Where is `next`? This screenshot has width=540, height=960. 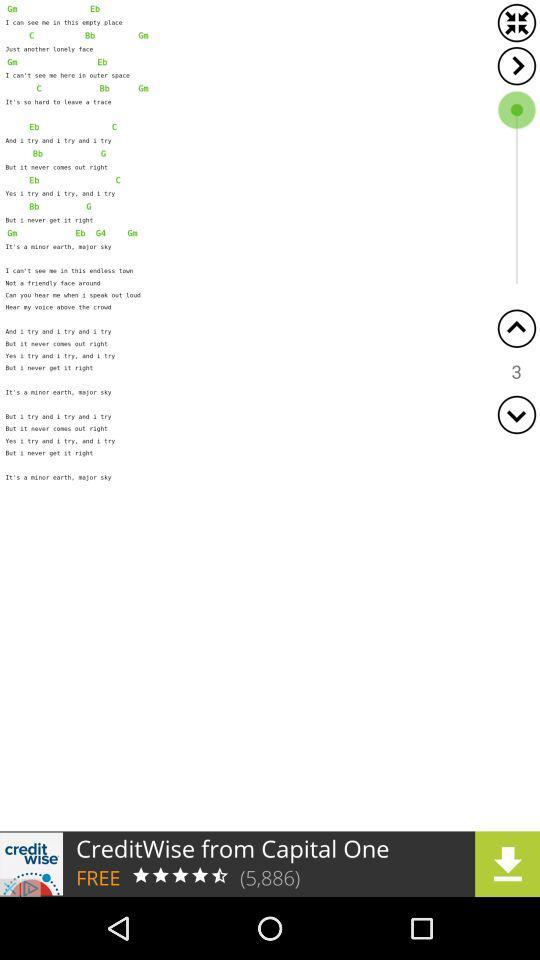
next is located at coordinates (516, 66).